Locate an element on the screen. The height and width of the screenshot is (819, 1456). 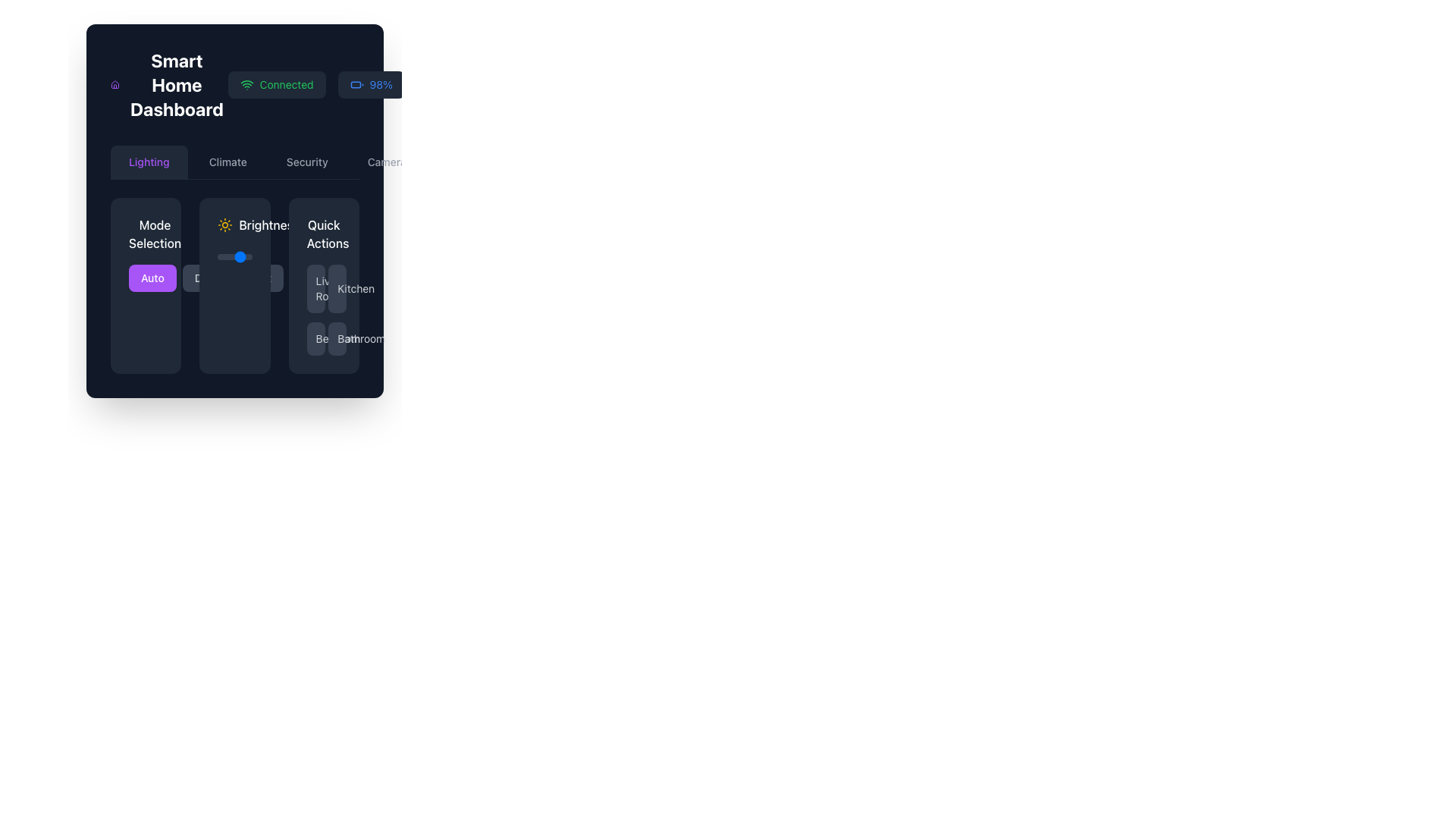
the 'Living Room' button located in the first row and first column of the grid in the bottom-right section of the 'Quick Actions' panel is located at coordinates (315, 289).